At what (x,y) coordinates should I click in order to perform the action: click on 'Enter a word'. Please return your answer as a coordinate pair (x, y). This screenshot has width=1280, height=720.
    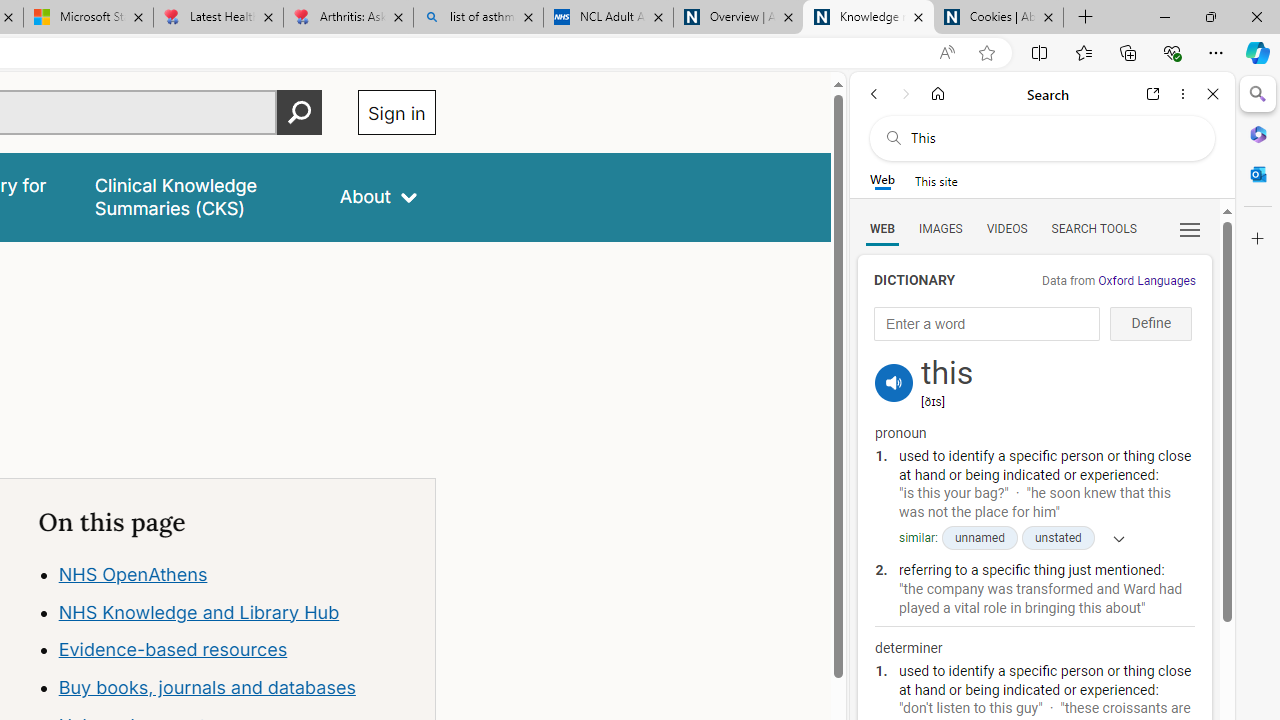
    Looking at the image, I should click on (987, 323).